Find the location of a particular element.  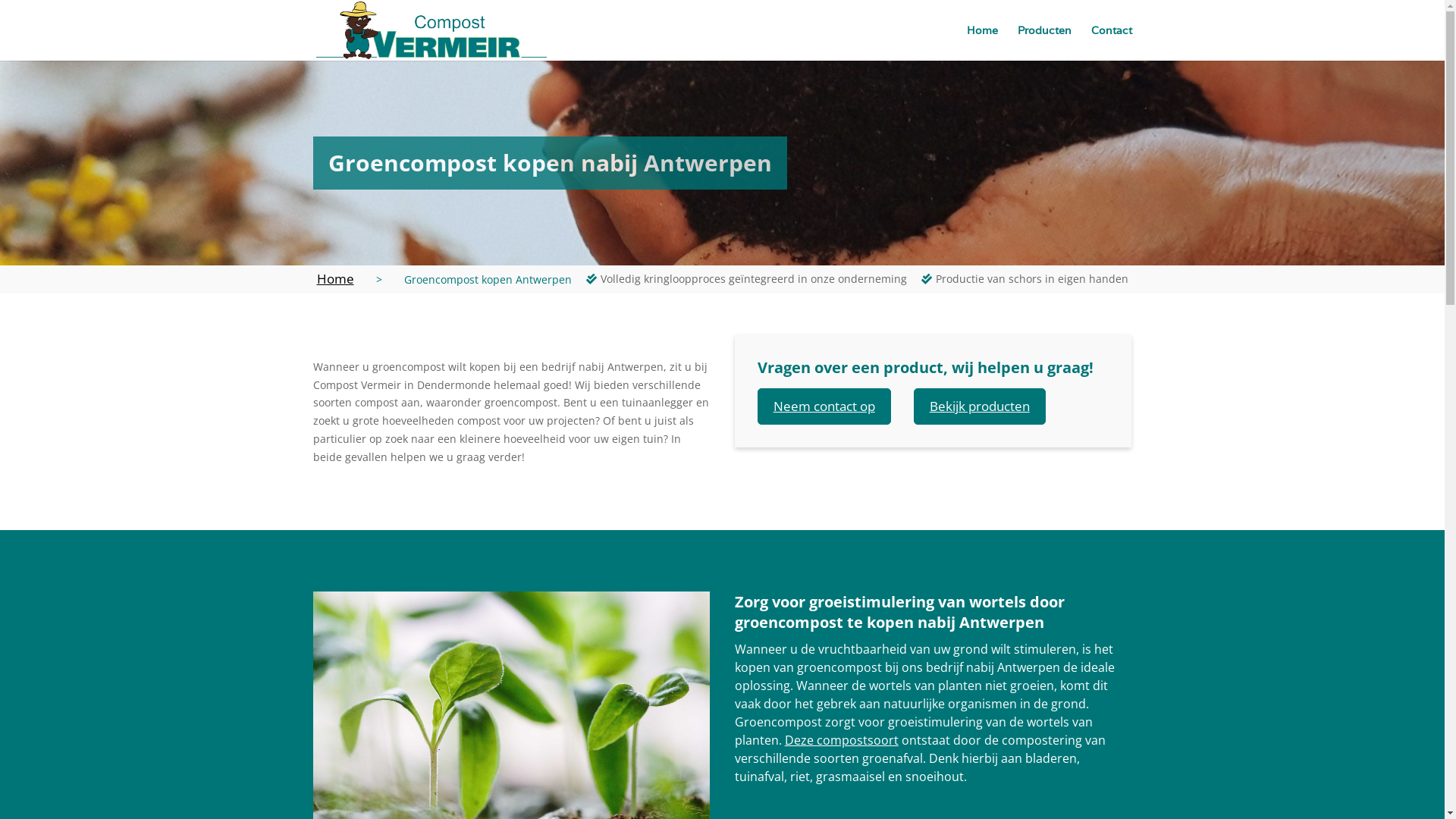

'Home' is located at coordinates (981, 30).